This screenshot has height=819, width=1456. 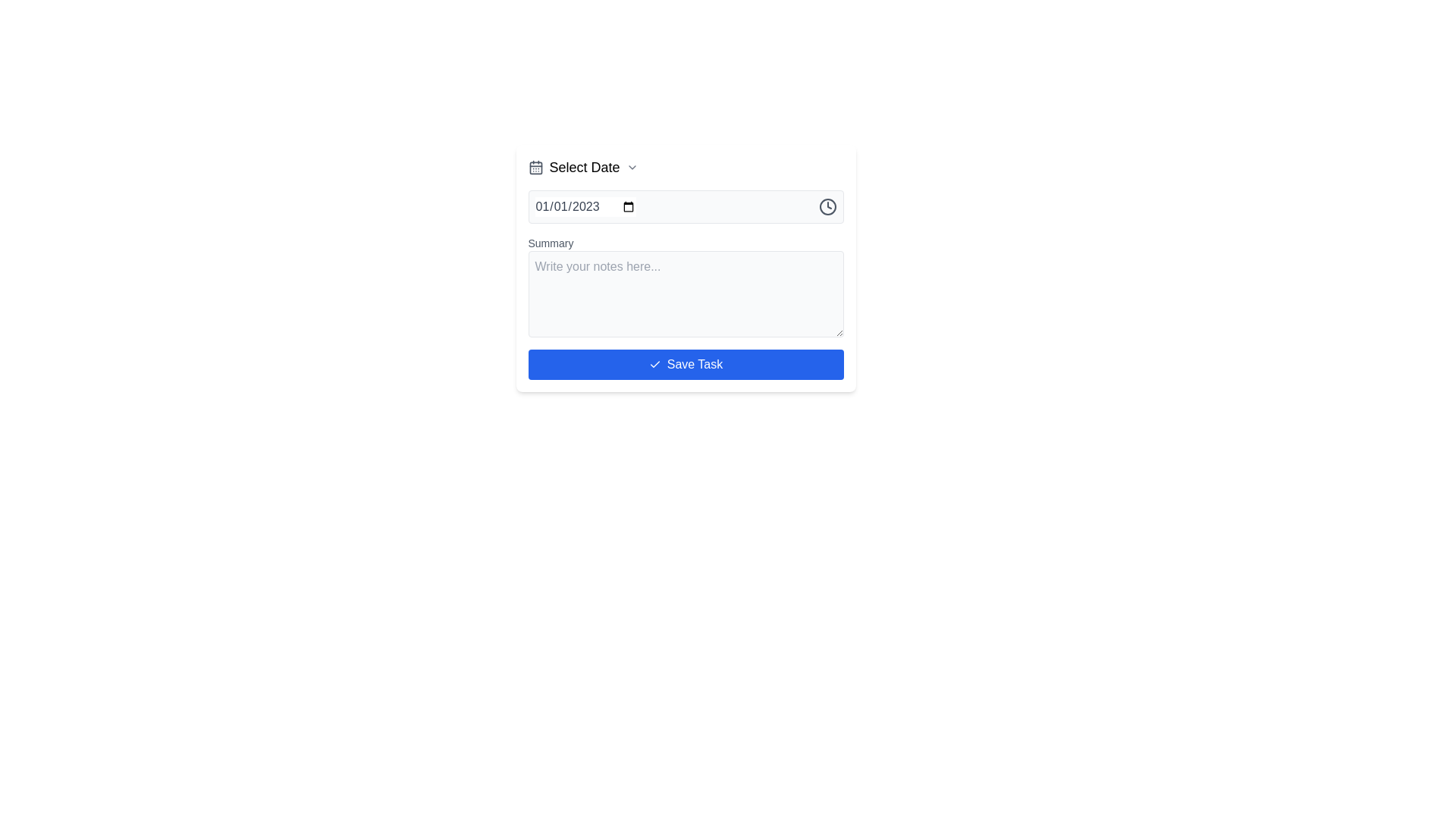 What do you see at coordinates (632, 167) in the screenshot?
I see `the downward-pointing gray chevron icon located to the right of the 'Select Date' text in the header of the card` at bounding box center [632, 167].